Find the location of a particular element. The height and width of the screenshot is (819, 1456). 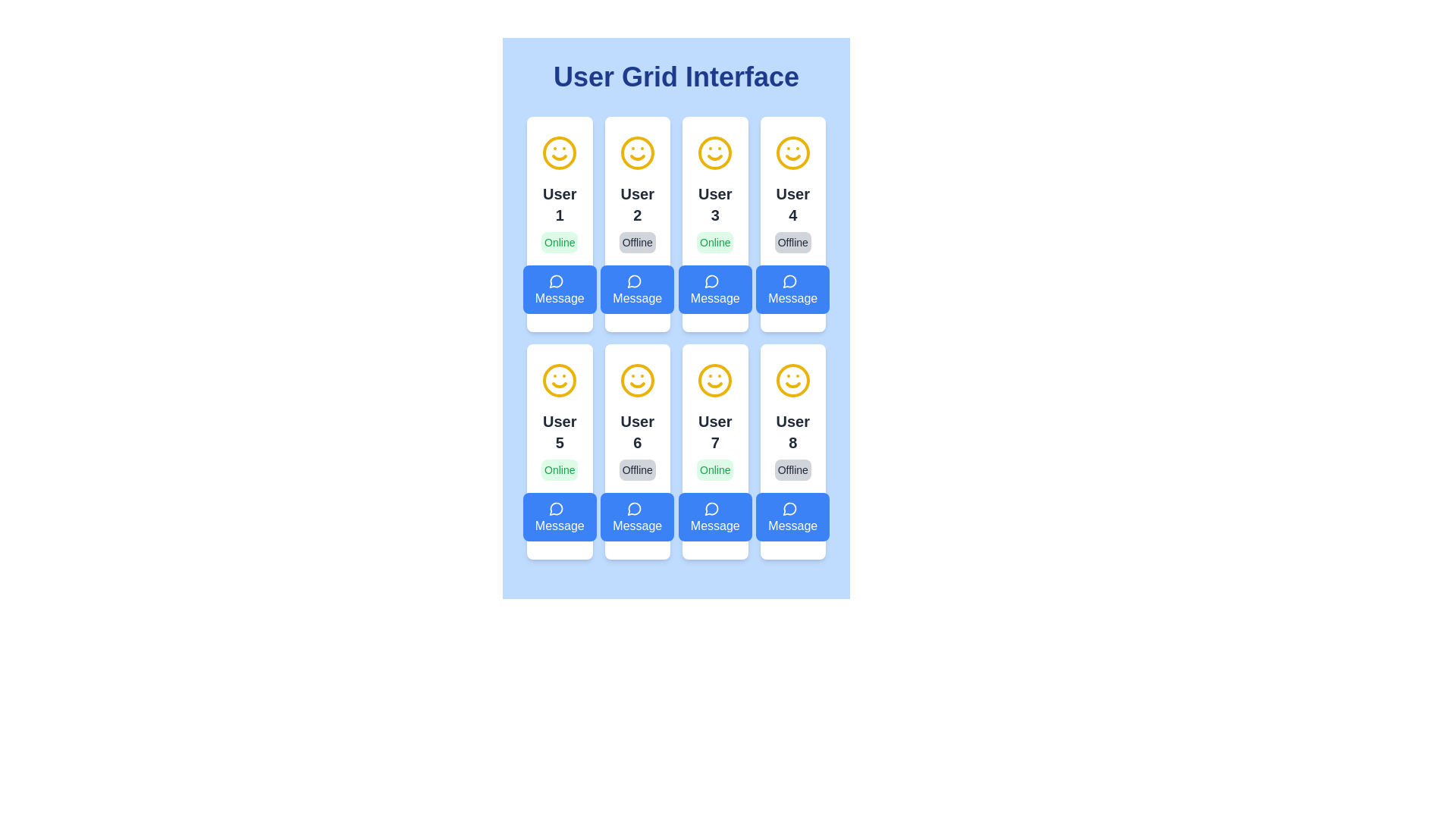

the decorative icon representing 'User 7' located at the top of the card, which visually indicates user sentiment or status is located at coordinates (714, 379).